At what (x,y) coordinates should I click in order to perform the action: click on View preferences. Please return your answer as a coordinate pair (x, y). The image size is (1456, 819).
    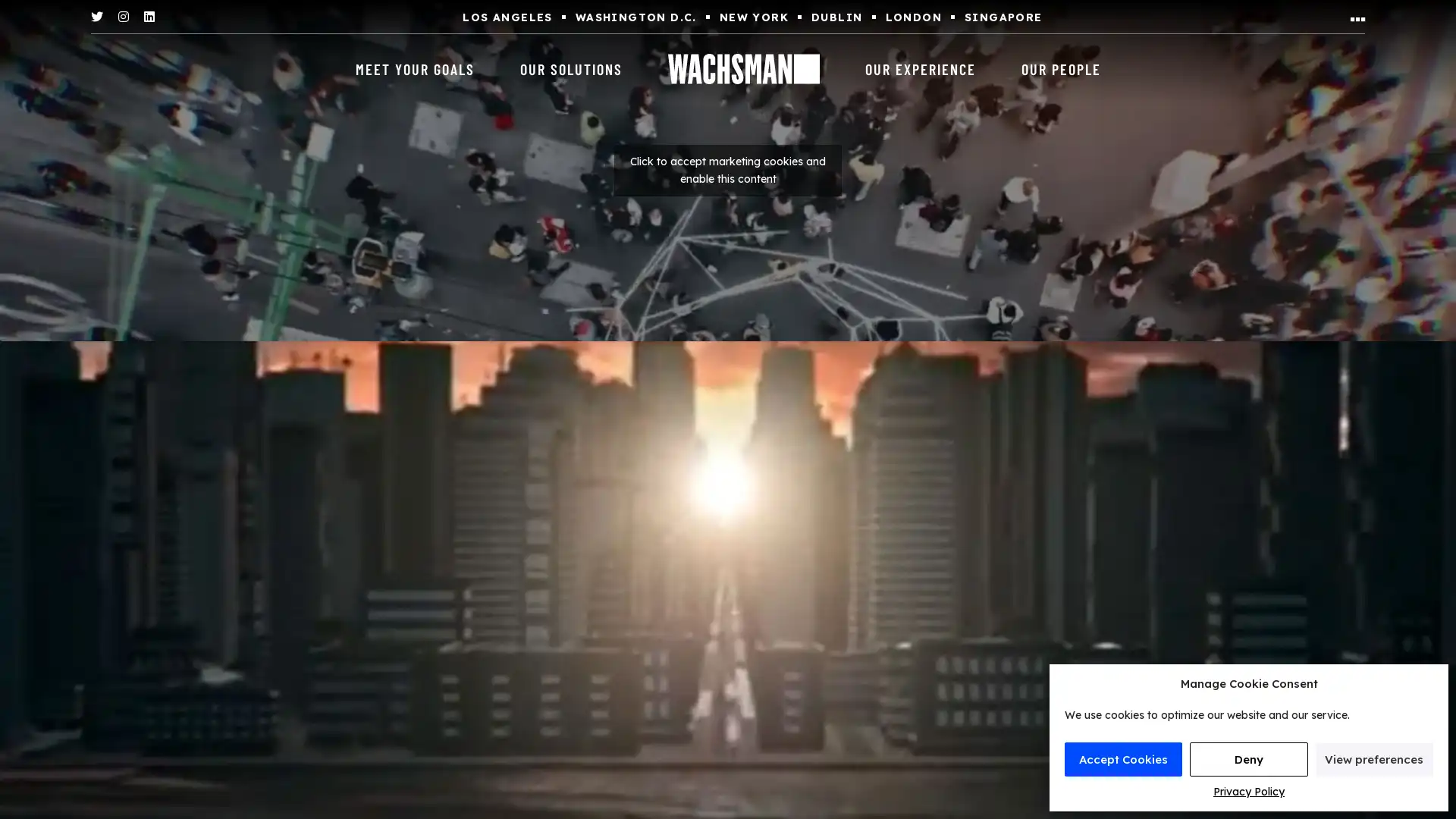
    Looking at the image, I should click on (1373, 759).